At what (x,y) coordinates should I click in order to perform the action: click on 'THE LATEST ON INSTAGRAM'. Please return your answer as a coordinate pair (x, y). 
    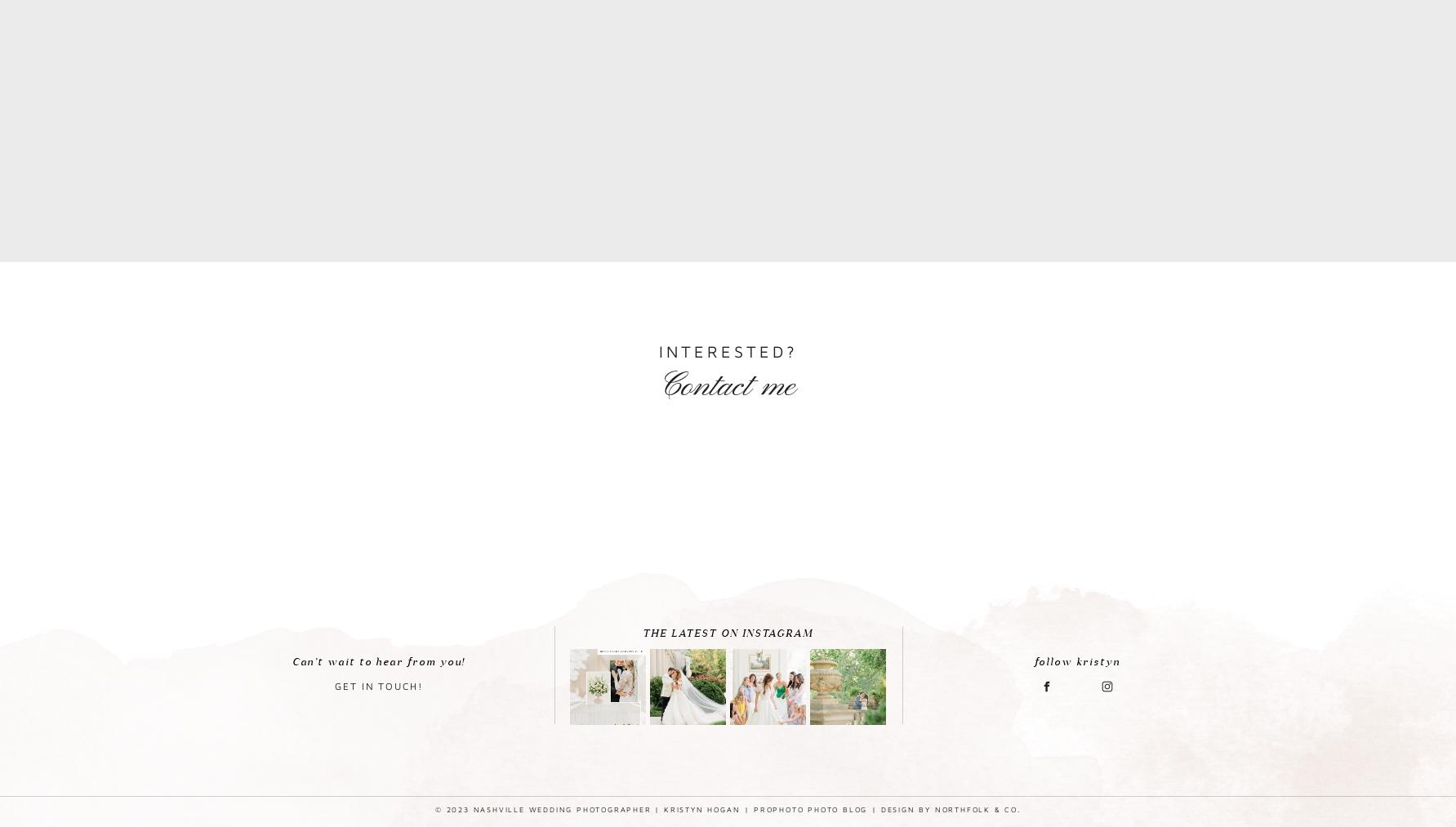
    Looking at the image, I should click on (727, 632).